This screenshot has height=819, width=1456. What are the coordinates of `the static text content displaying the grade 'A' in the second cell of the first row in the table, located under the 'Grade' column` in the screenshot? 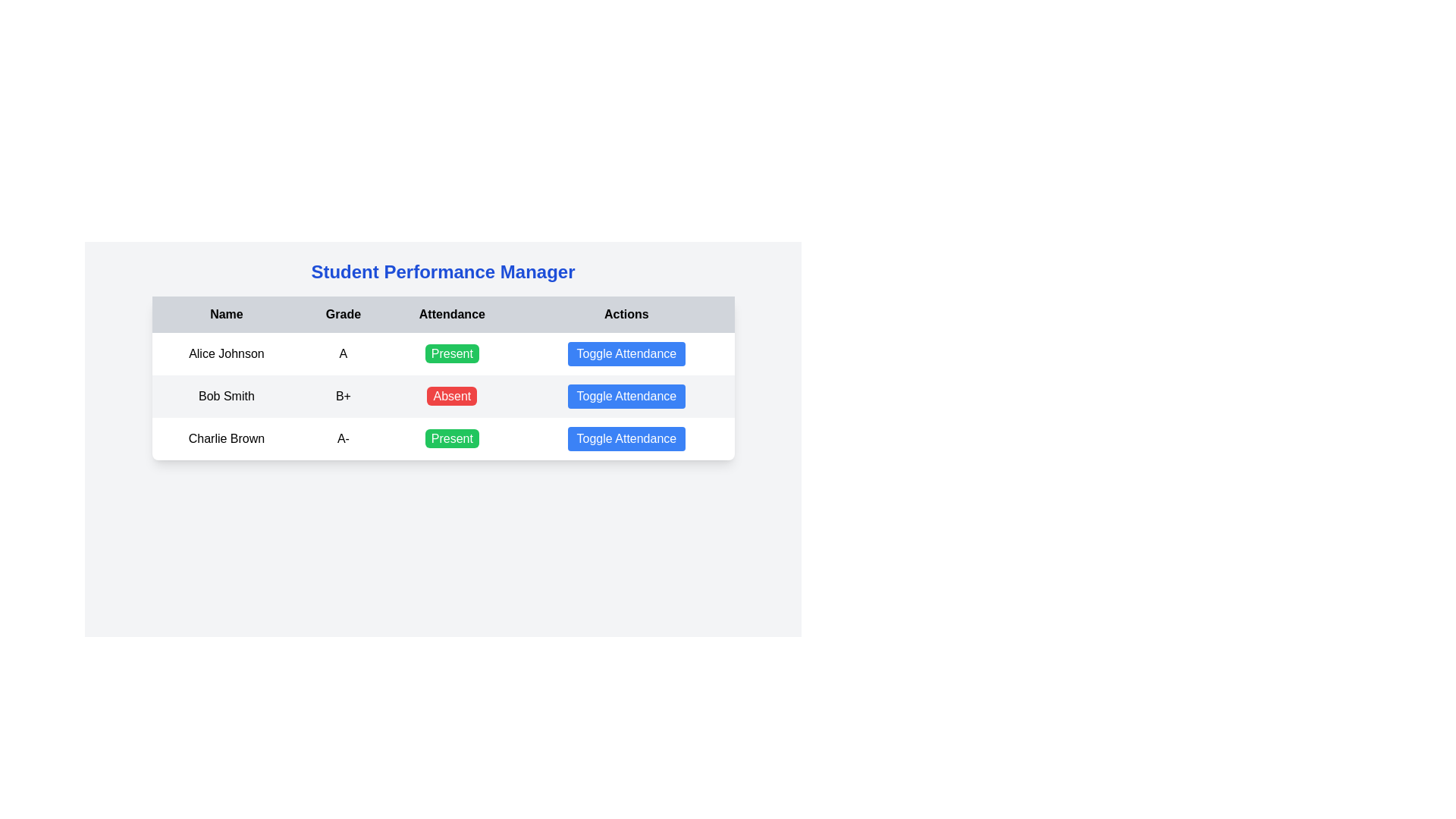 It's located at (342, 353).